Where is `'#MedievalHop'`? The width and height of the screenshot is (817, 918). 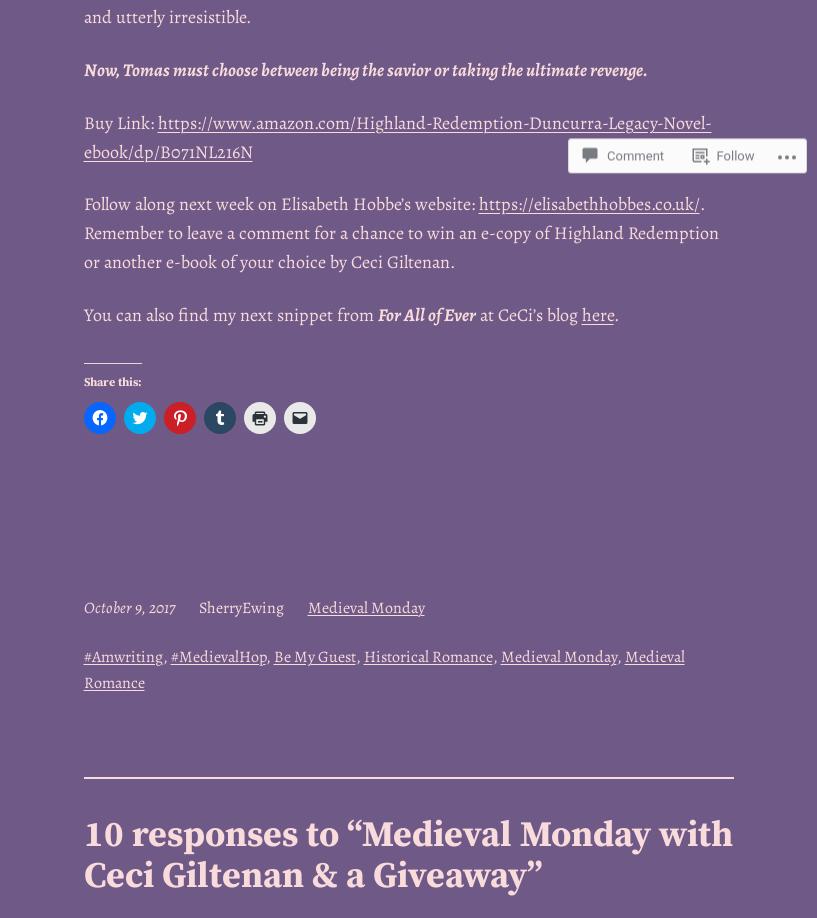
'#MedievalHop' is located at coordinates (169, 657).